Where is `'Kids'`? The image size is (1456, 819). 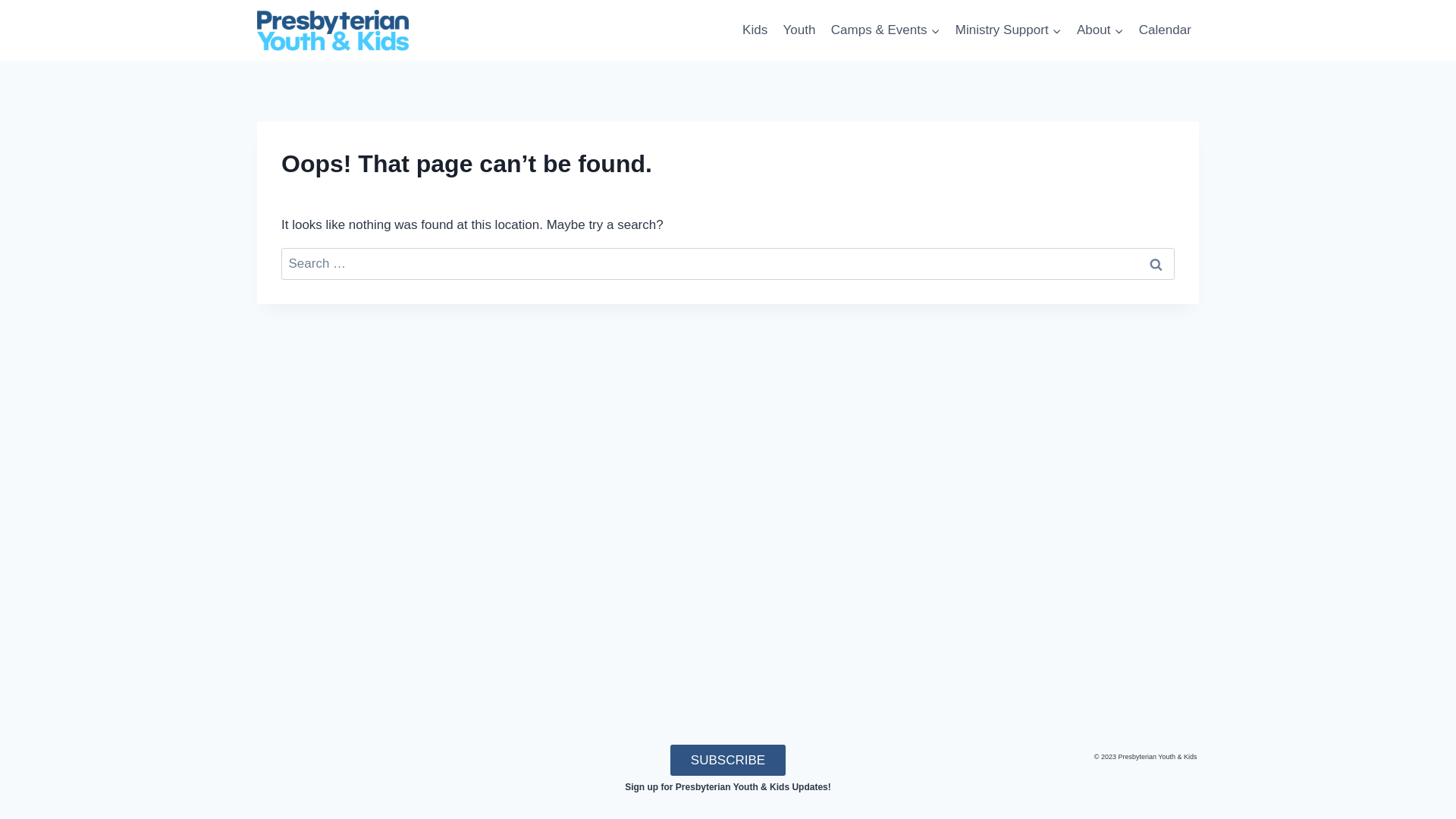
'Kids' is located at coordinates (755, 30).